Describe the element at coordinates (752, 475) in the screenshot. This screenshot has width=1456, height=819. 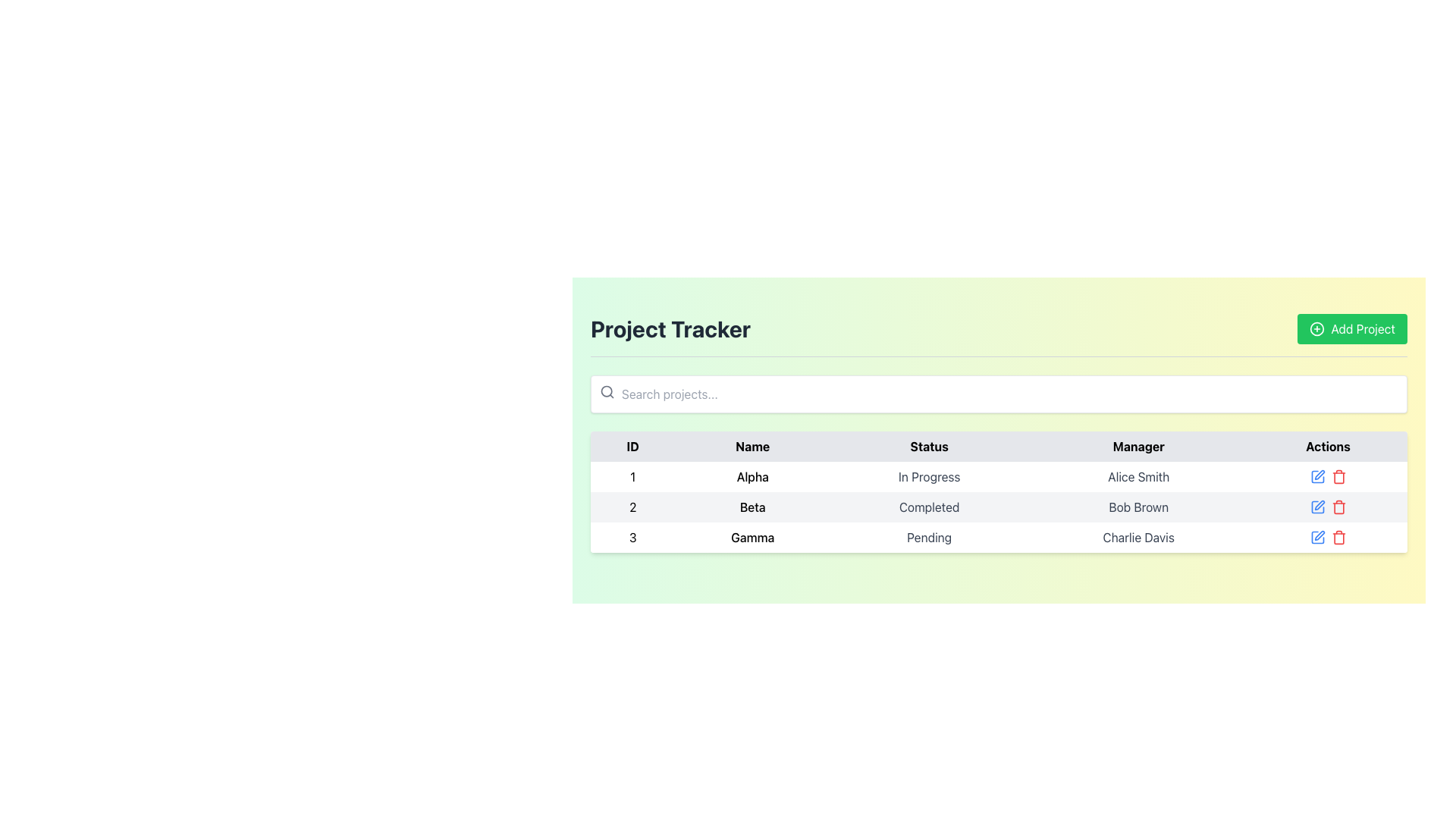
I see `the 'Alpha' text label element, which is bold and centered in the second column under the 'Name' heading of the grid` at that location.